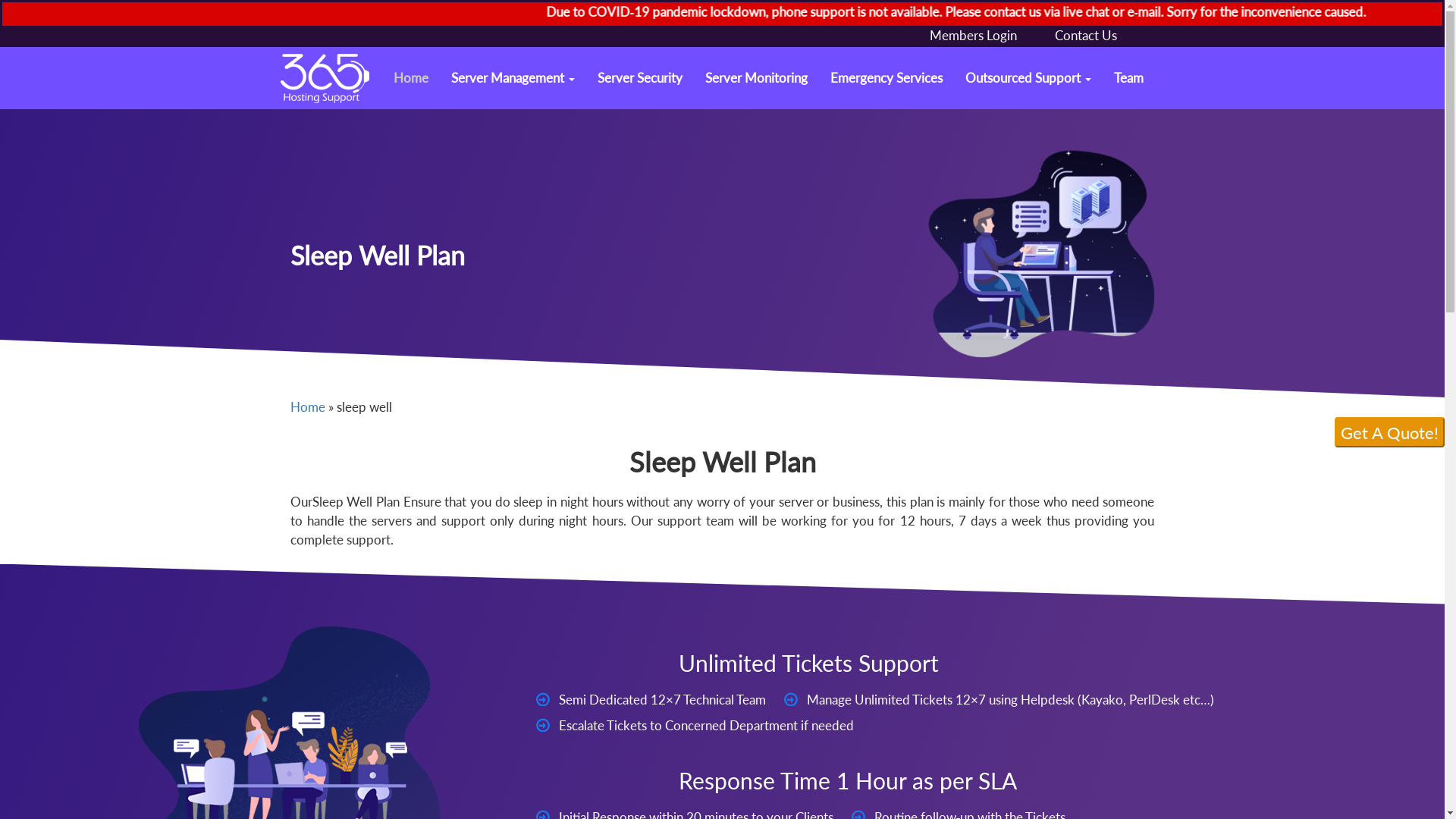  I want to click on 'Home', so click(306, 406).